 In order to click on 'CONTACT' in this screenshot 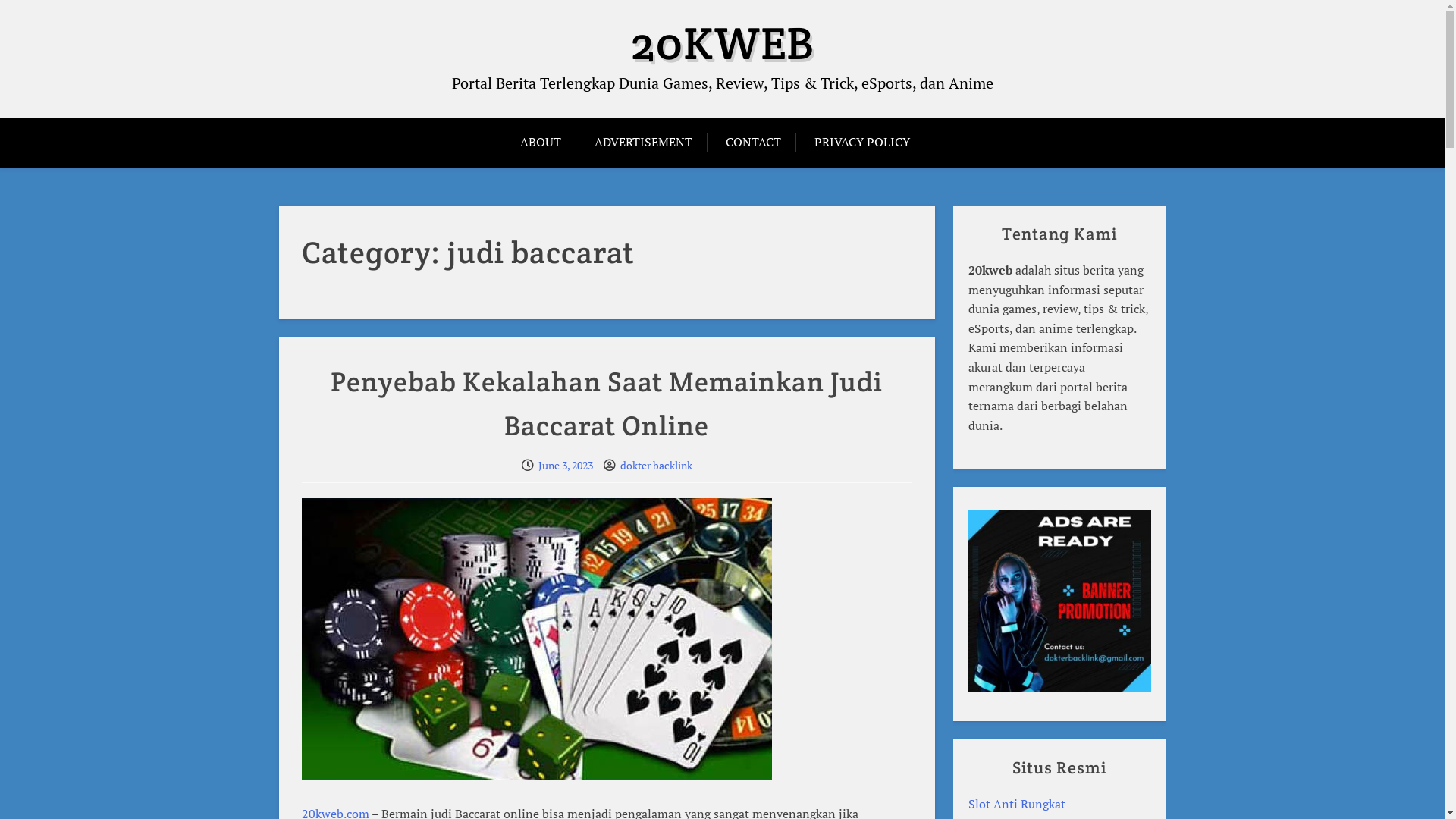, I will do `click(752, 143)`.